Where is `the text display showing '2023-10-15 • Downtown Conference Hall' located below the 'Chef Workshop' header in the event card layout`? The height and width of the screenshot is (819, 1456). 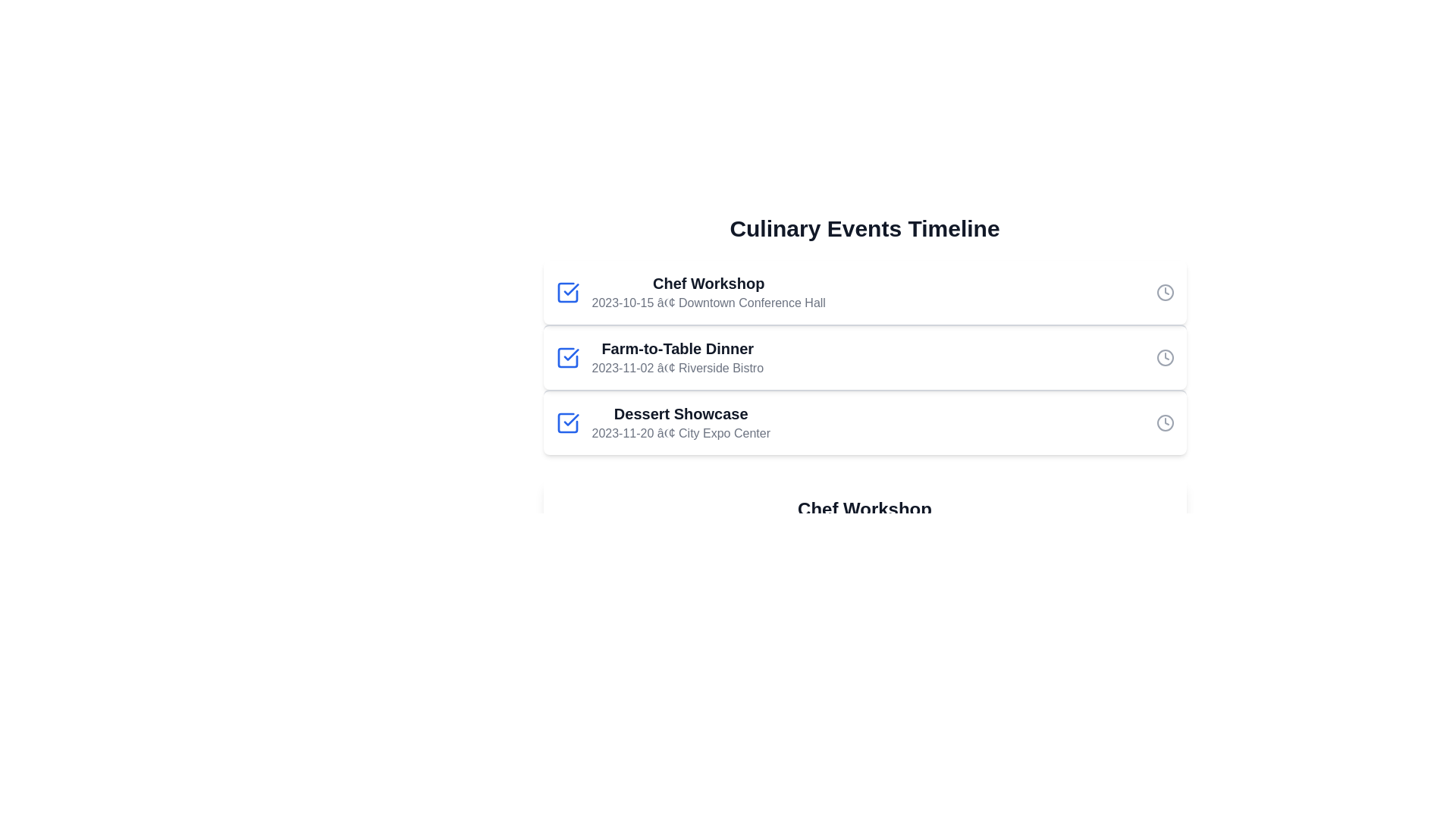
the text display showing '2023-10-15 • Downtown Conference Hall' located below the 'Chef Workshop' header in the event card layout is located at coordinates (708, 303).